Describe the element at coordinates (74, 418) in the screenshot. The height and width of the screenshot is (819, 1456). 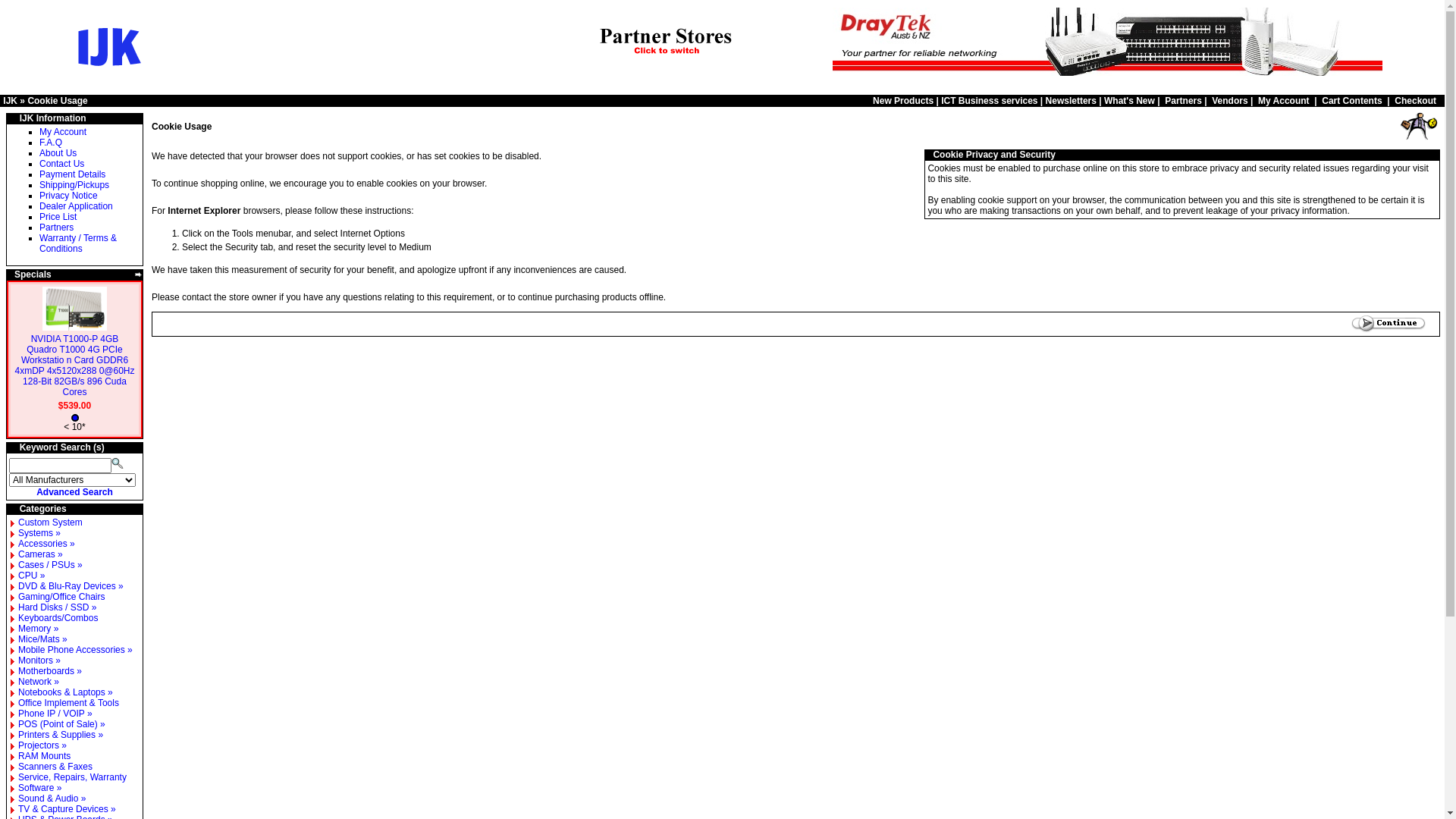
I see `' Low stock level '` at that location.